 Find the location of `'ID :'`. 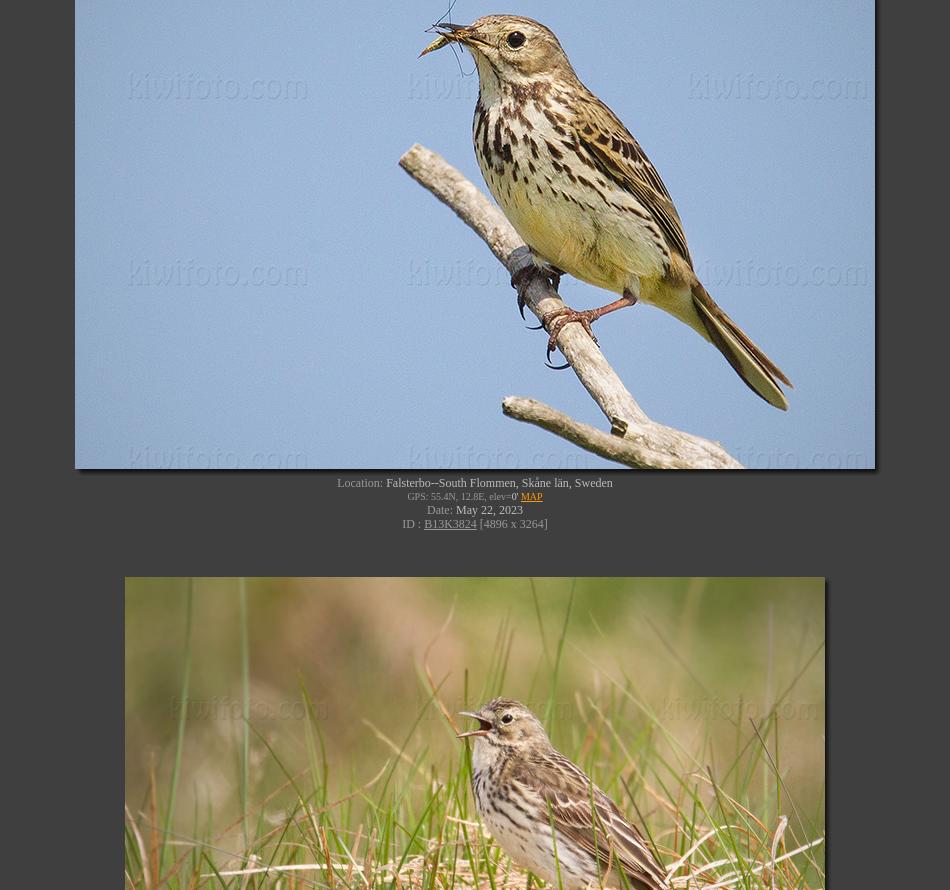

'ID :' is located at coordinates (401, 521).